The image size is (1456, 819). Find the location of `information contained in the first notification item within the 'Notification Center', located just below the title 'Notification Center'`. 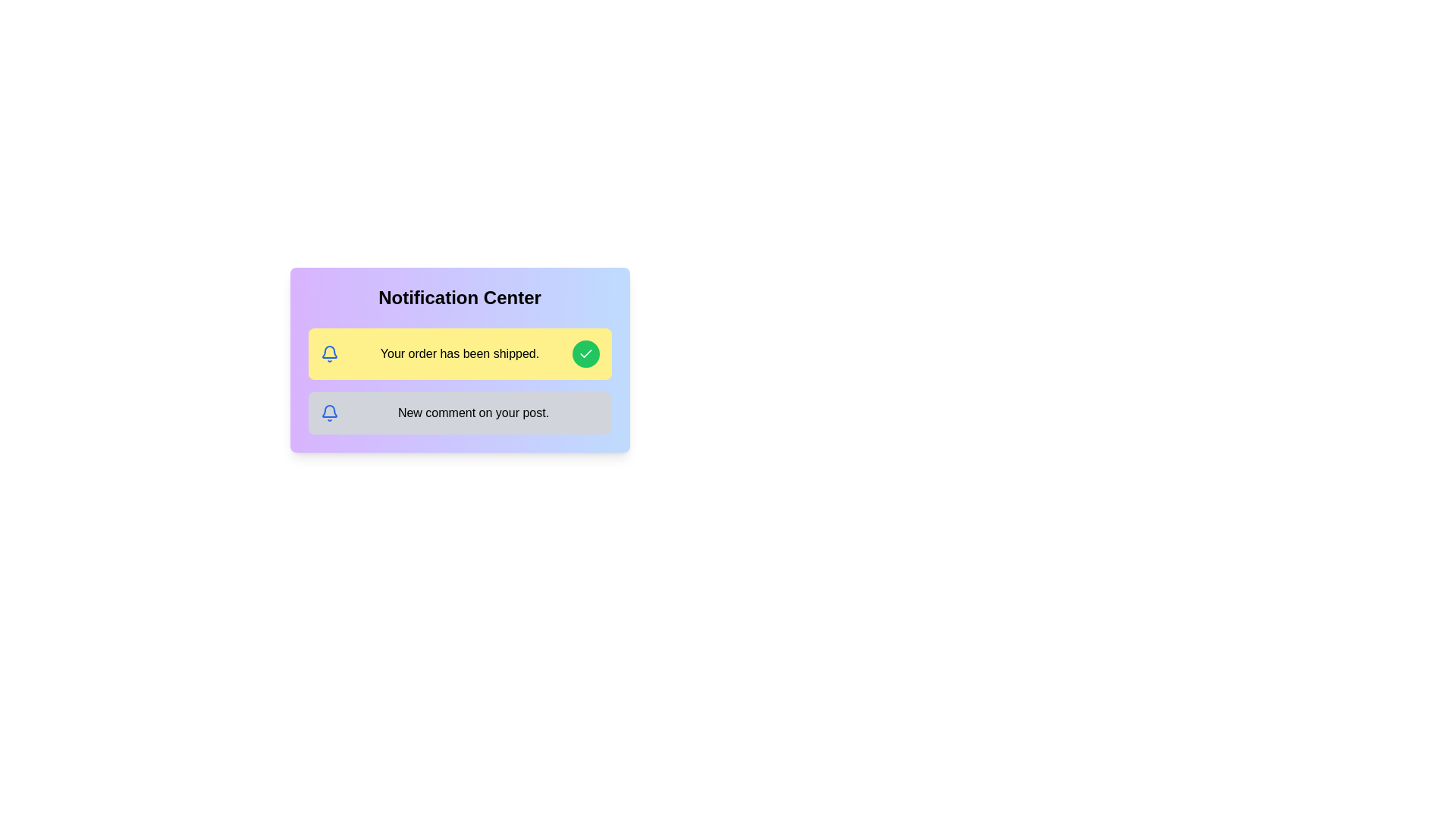

information contained in the first notification item within the 'Notification Center', located just below the title 'Notification Center' is located at coordinates (459, 359).